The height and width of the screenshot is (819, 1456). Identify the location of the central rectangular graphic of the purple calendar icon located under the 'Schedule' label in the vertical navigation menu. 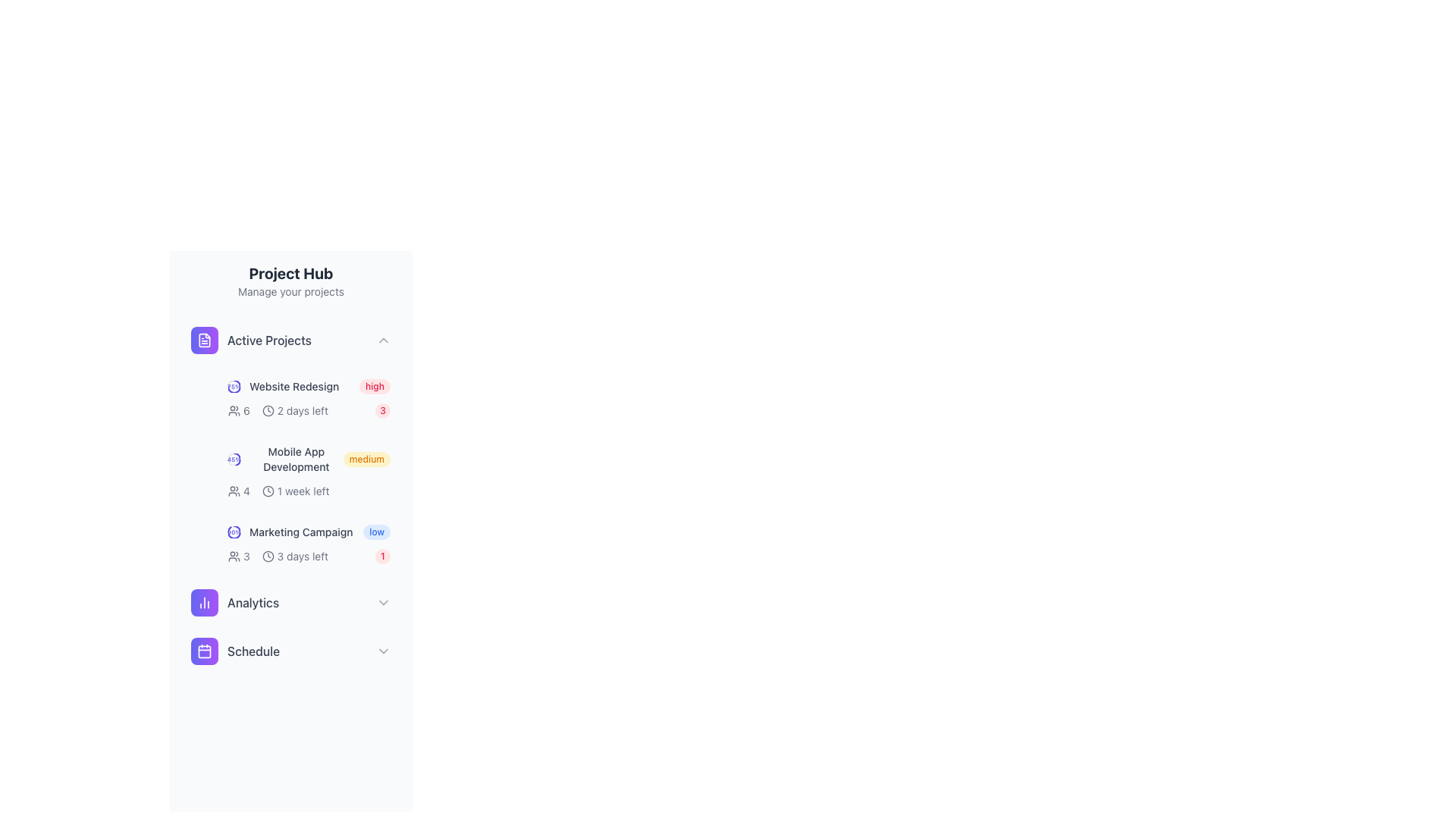
(203, 651).